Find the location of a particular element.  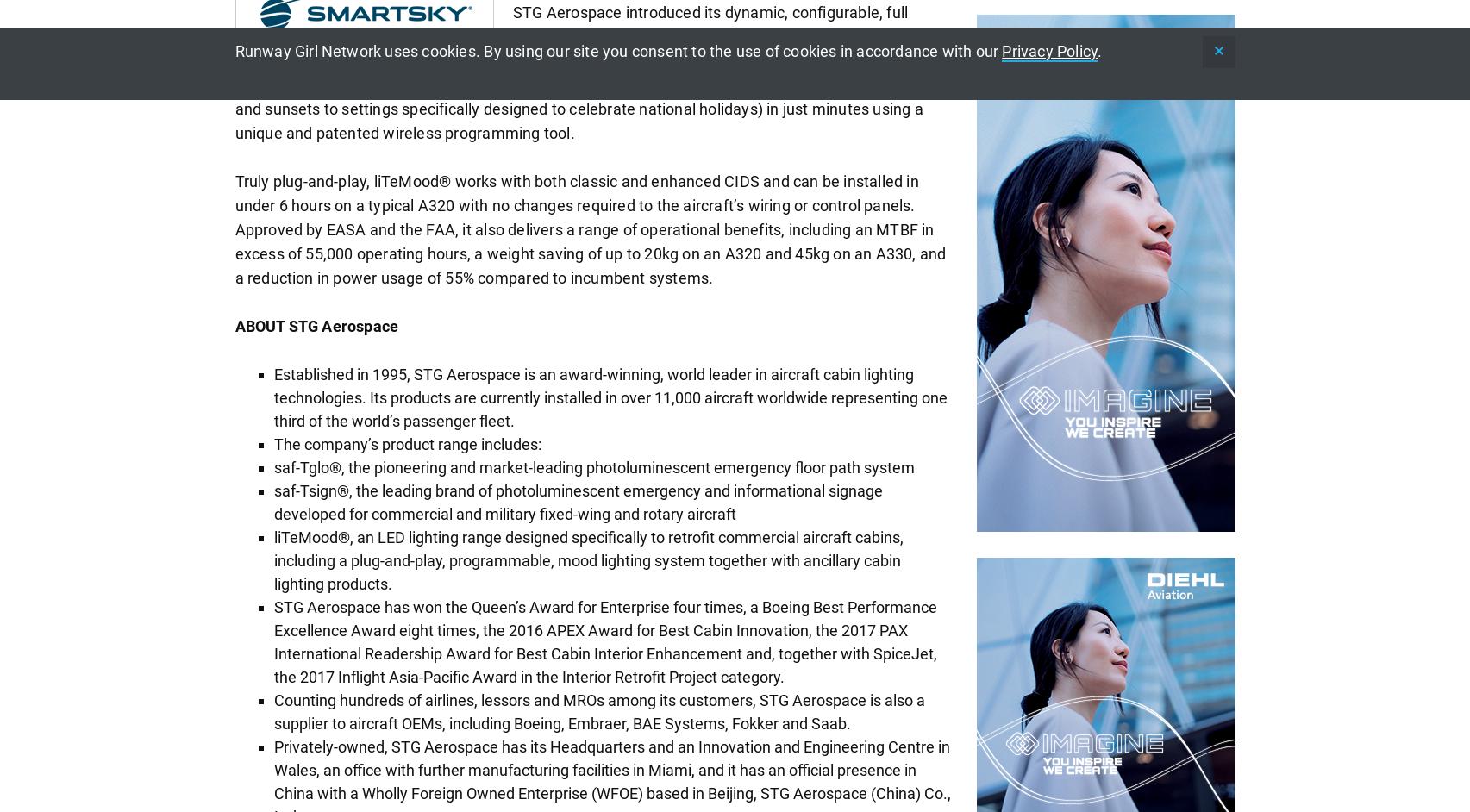

'saf-Tsign' is located at coordinates (303, 490).